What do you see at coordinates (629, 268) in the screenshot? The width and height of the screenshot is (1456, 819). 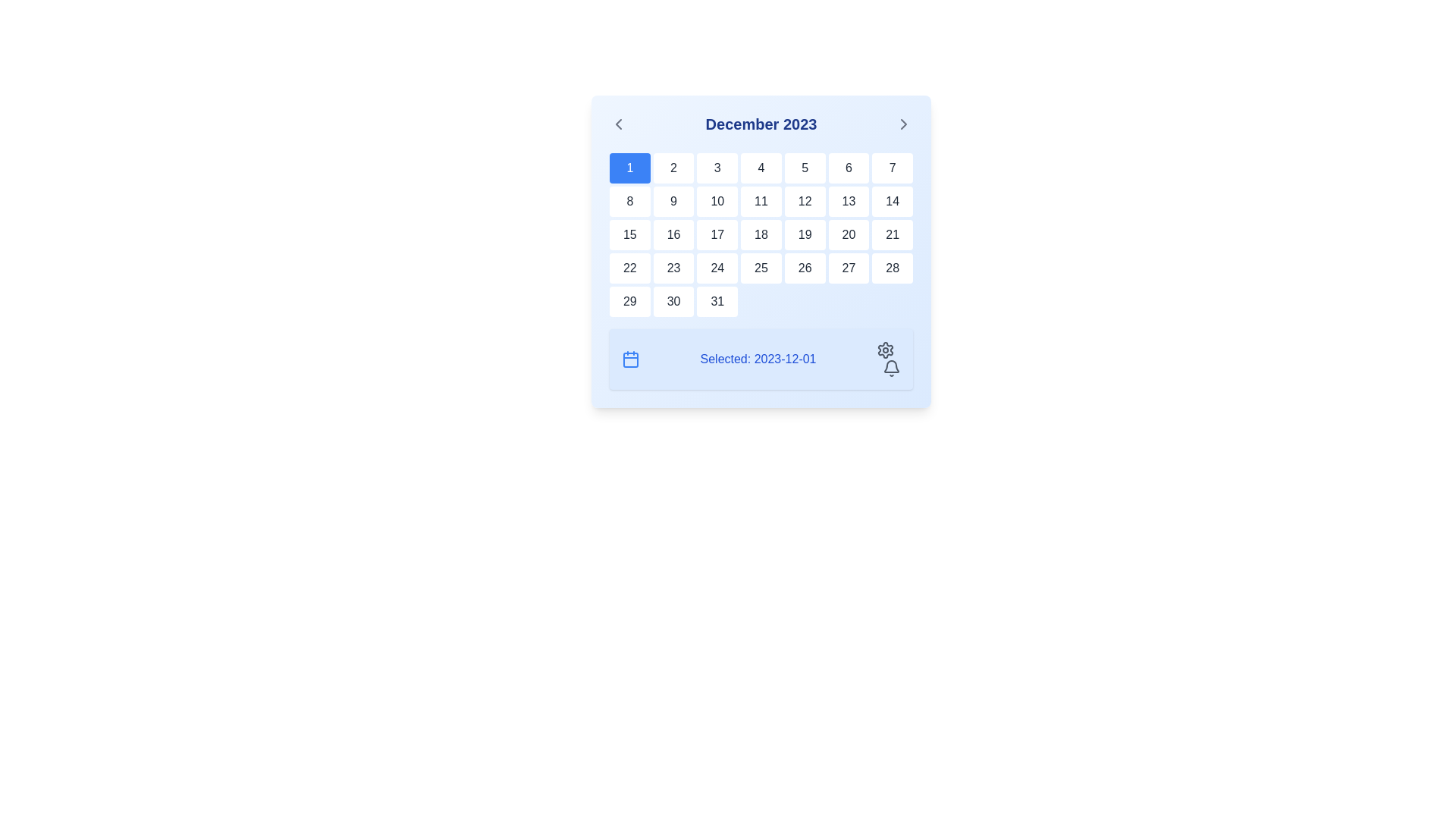 I see `the Date Cell representing the 22nd of December 2023 in the Calendar Grid` at bounding box center [629, 268].